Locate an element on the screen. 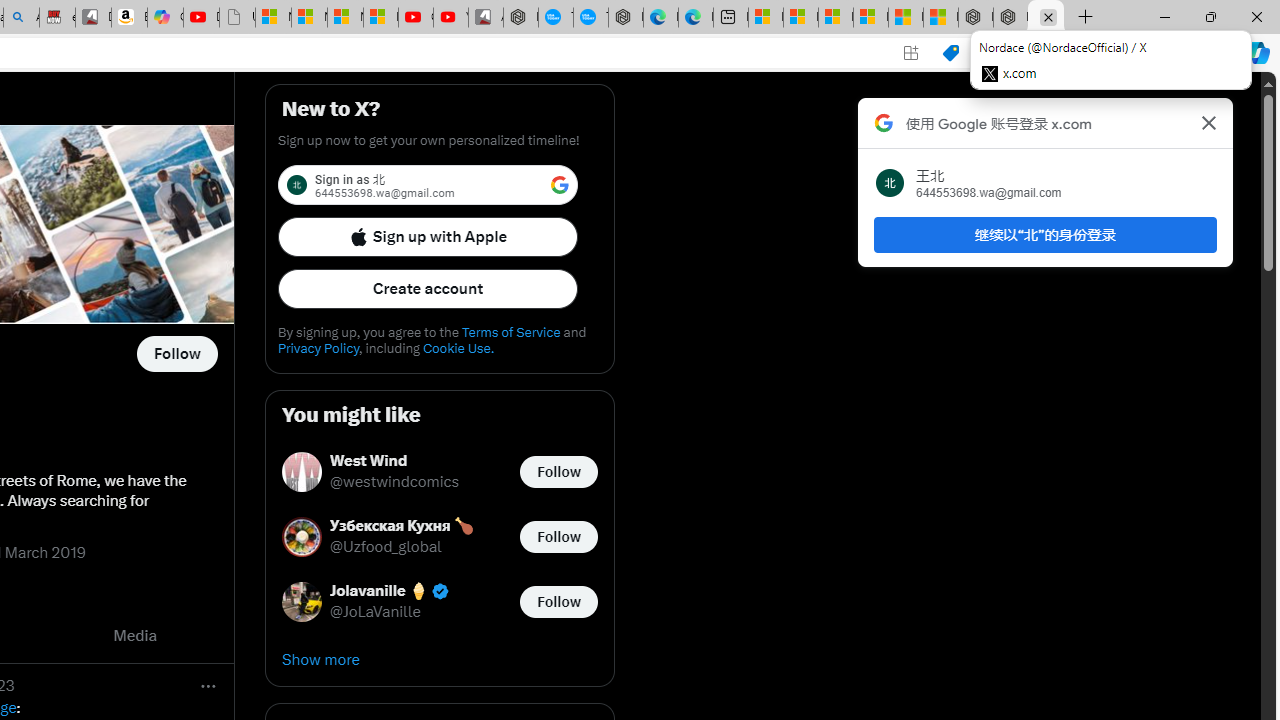 Image resolution: width=1280 pixels, height=720 pixels. 'Sign up with Apple' is located at coordinates (427, 235).